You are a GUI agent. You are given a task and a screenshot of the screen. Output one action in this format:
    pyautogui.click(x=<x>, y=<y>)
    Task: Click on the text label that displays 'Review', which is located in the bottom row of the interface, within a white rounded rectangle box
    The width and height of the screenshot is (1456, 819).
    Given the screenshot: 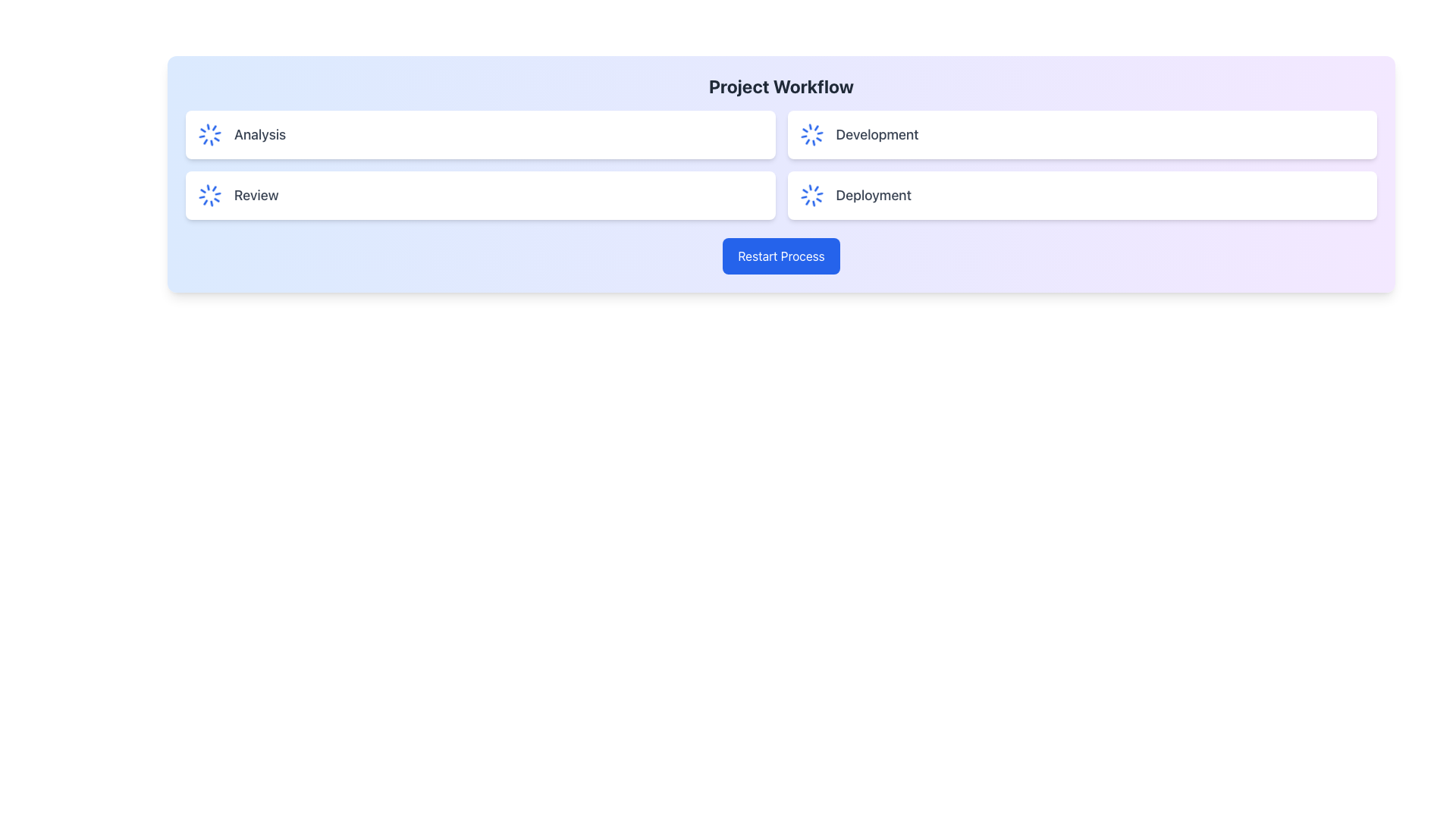 What is the action you would take?
    pyautogui.click(x=256, y=195)
    